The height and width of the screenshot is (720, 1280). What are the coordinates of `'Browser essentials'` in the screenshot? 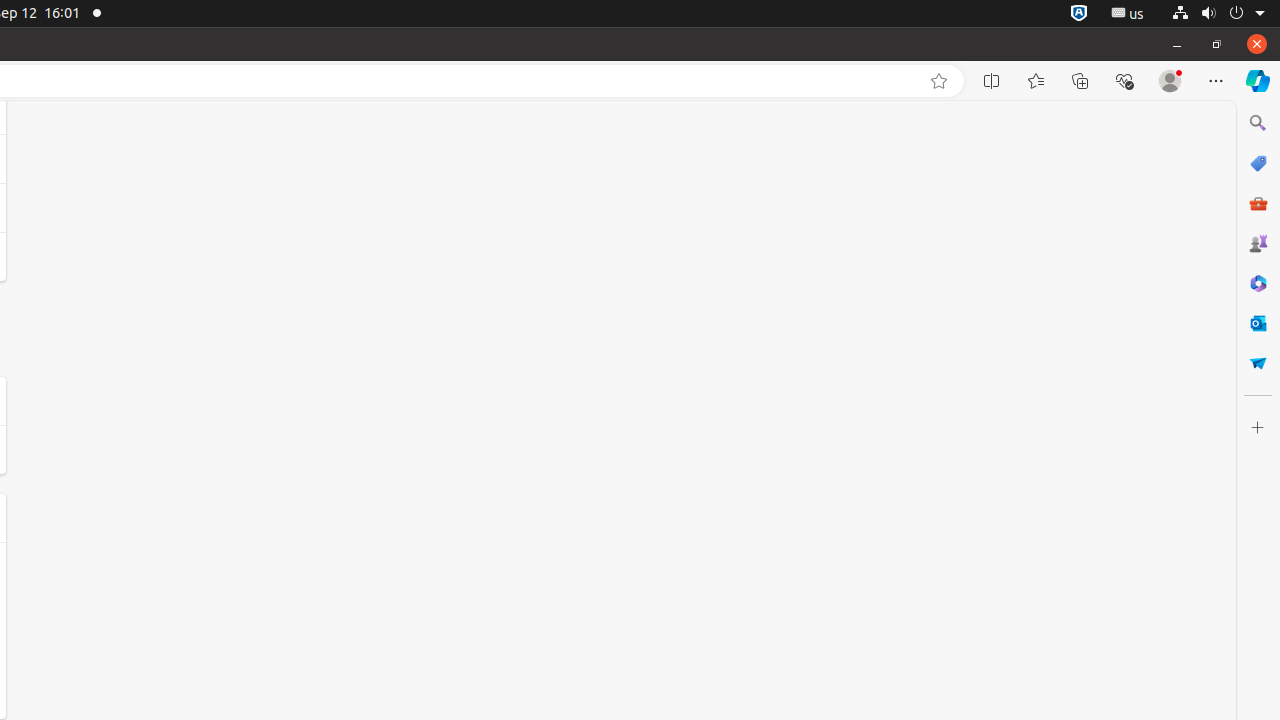 It's located at (1123, 80).